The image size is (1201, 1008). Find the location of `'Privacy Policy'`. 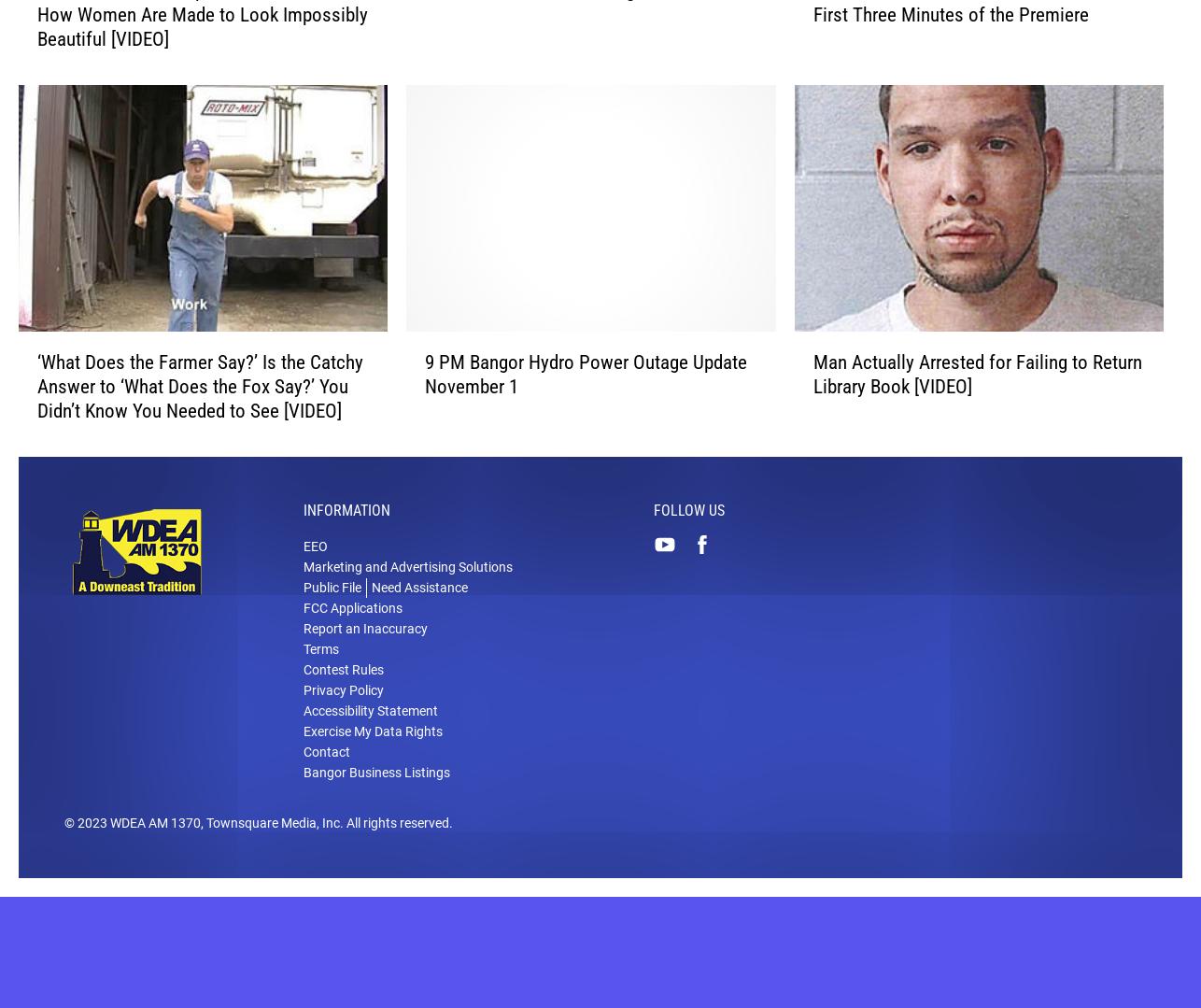

'Privacy Policy' is located at coordinates (343, 718).